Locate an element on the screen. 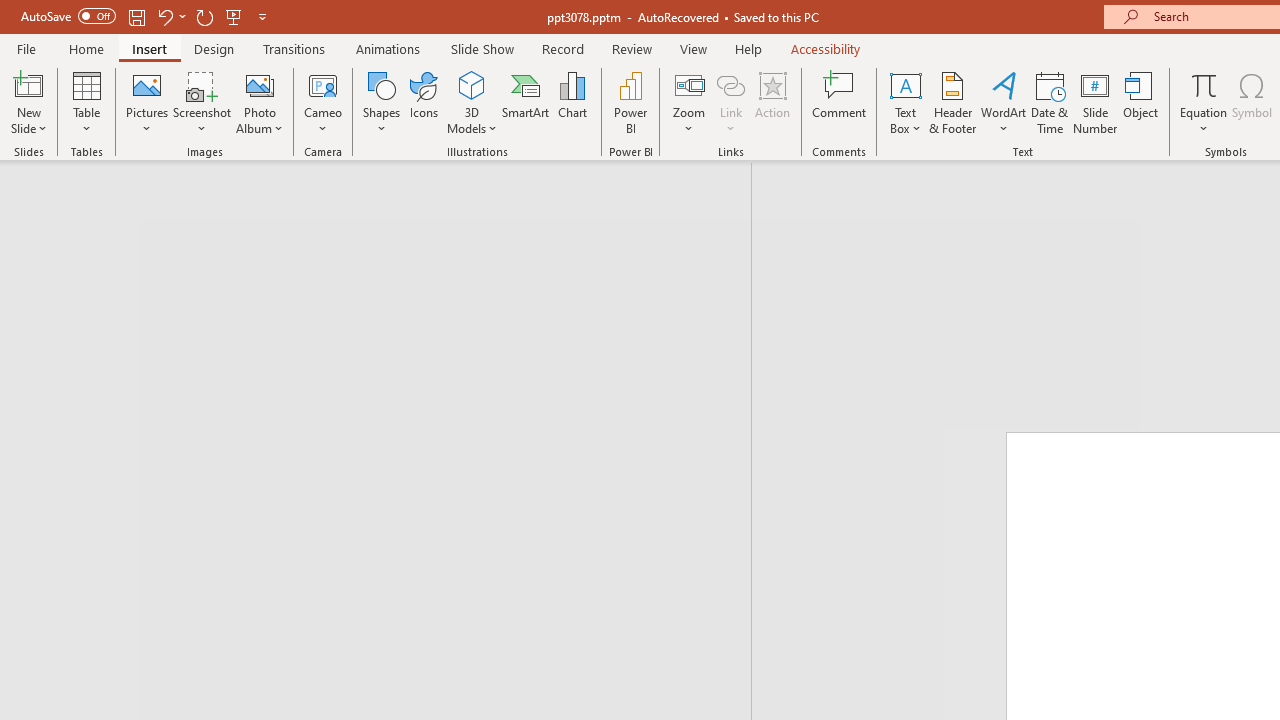 The image size is (1280, 720). 'Slide Number' is located at coordinates (1094, 103).